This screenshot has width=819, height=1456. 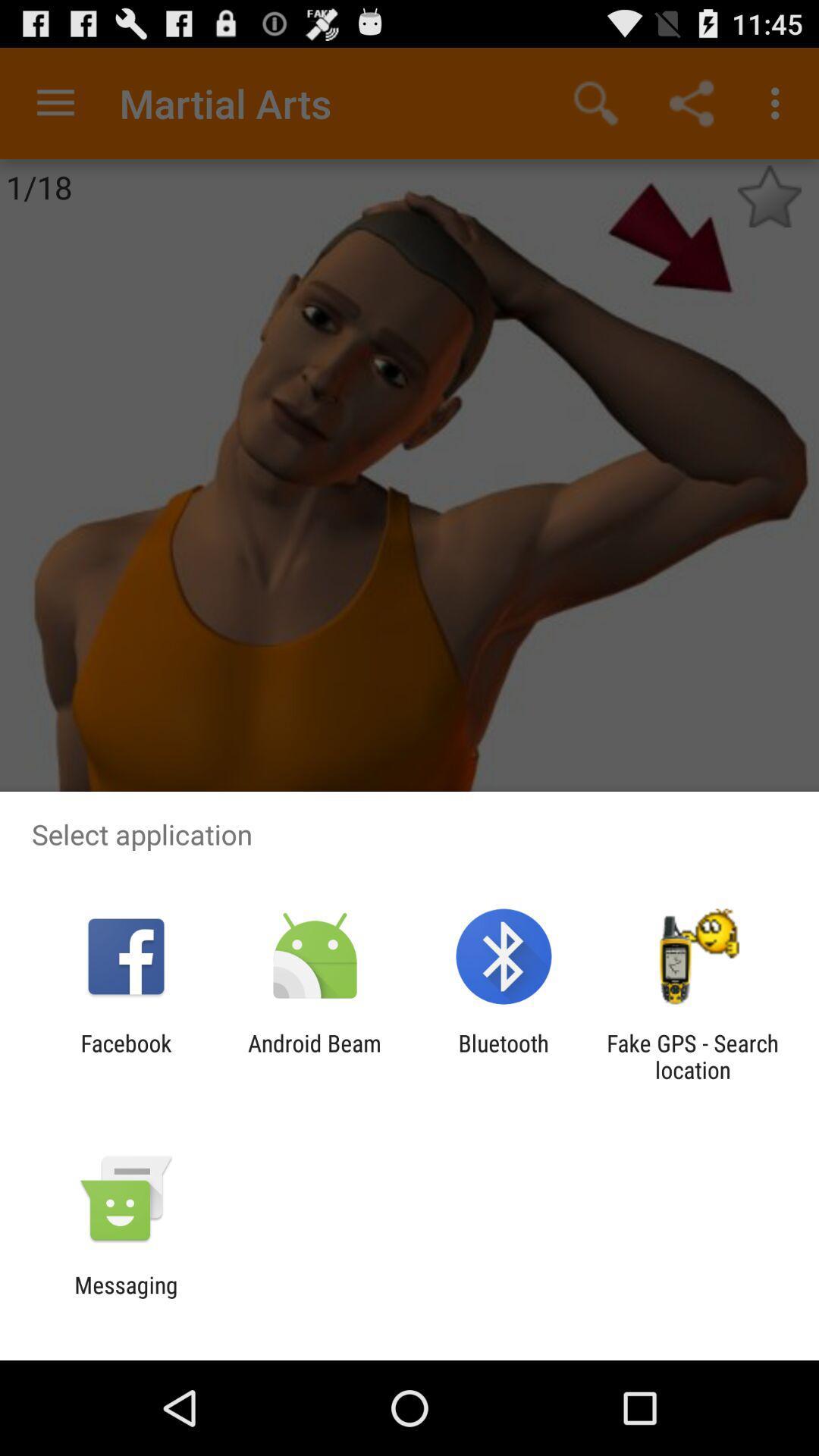 I want to click on the fake gps search app, so click(x=692, y=1056).